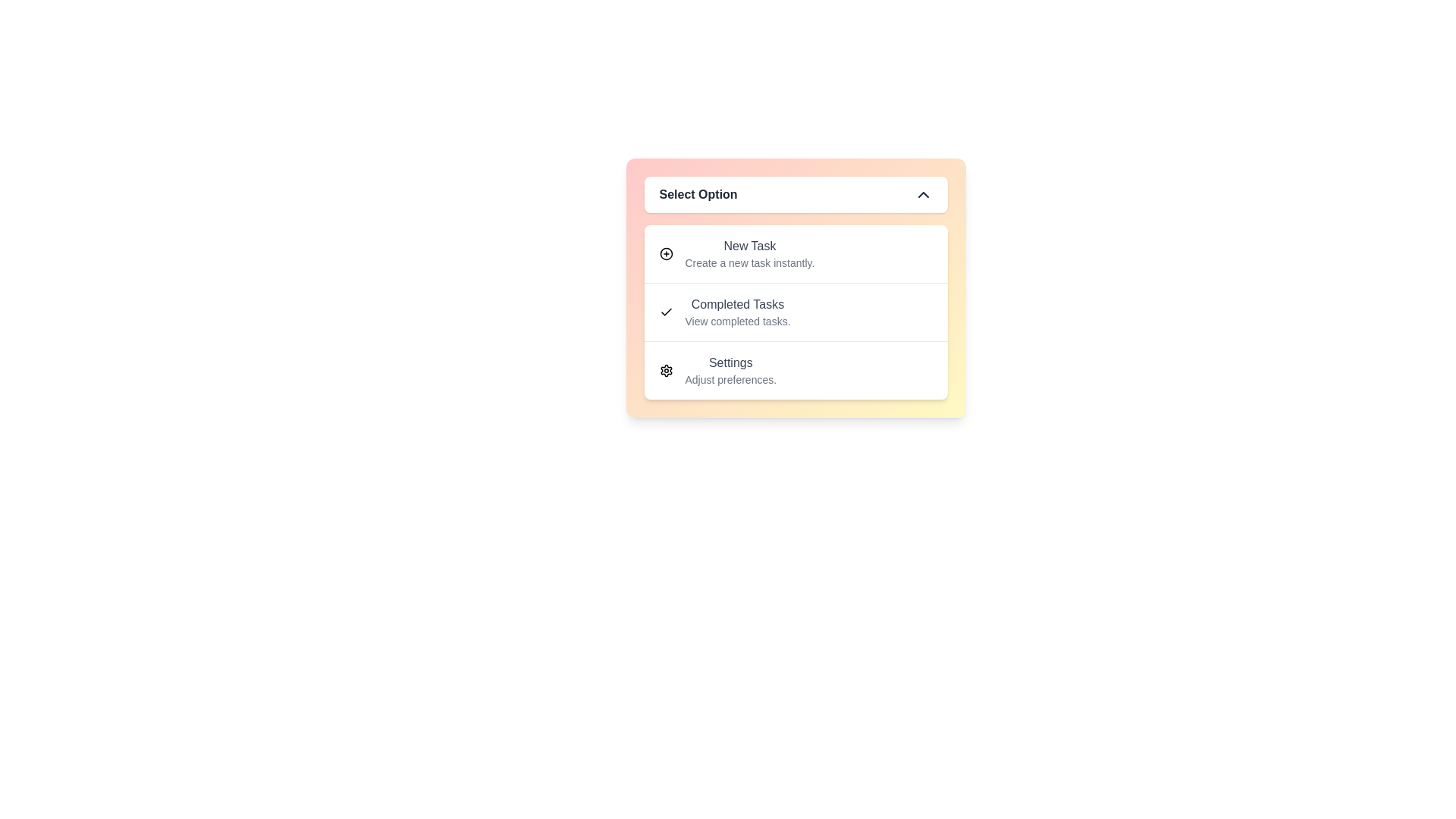 This screenshot has height=819, width=1456. Describe the element at coordinates (795, 311) in the screenshot. I see `the menu option Completed Tasks by clicking on the corresponding menu item` at that location.